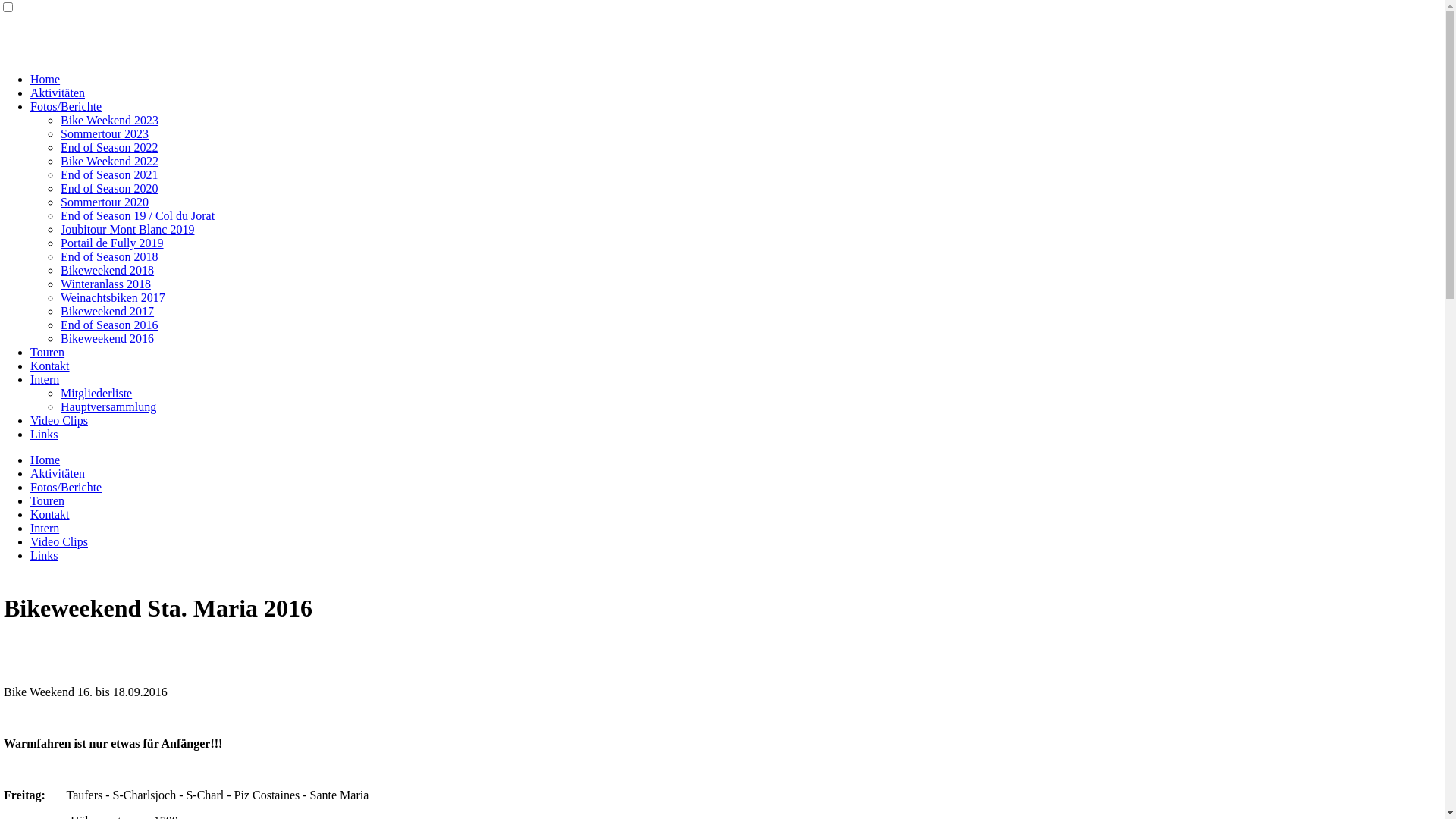 Image resolution: width=1456 pixels, height=819 pixels. What do you see at coordinates (61, 242) in the screenshot?
I see `'Portail de Fully 2019'` at bounding box center [61, 242].